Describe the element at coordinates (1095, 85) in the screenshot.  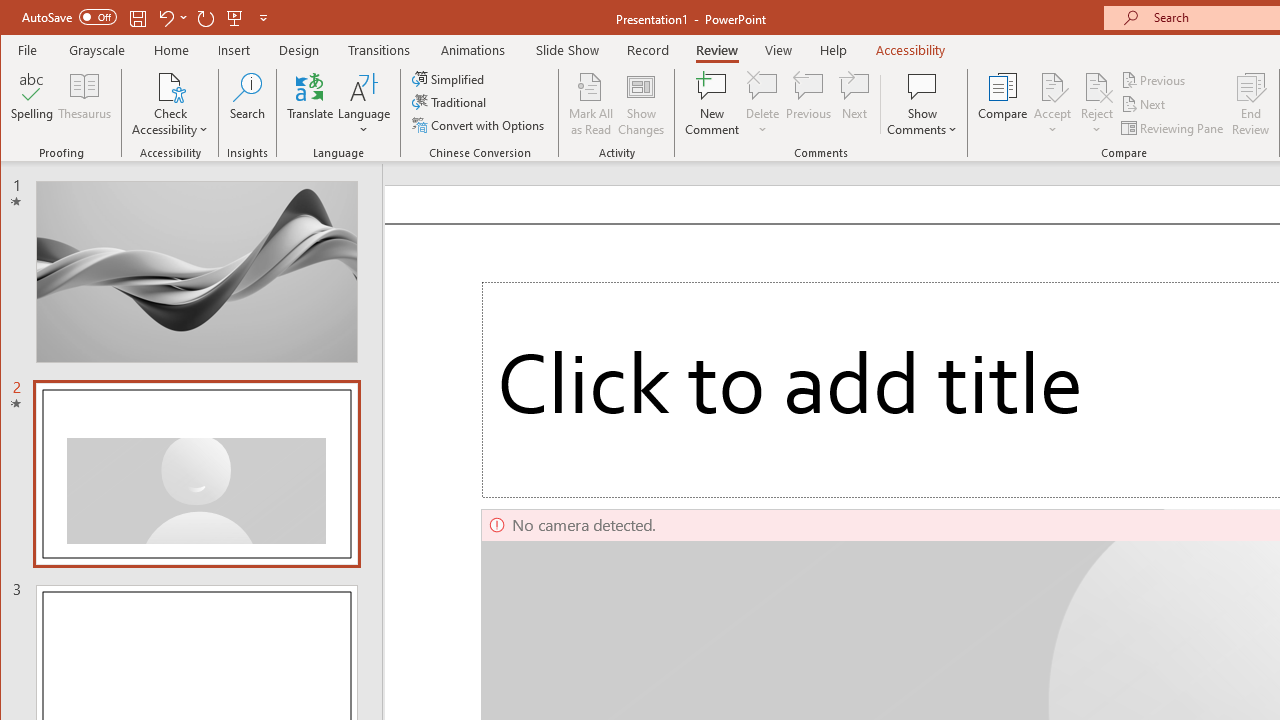
I see `'Reject Change'` at that location.